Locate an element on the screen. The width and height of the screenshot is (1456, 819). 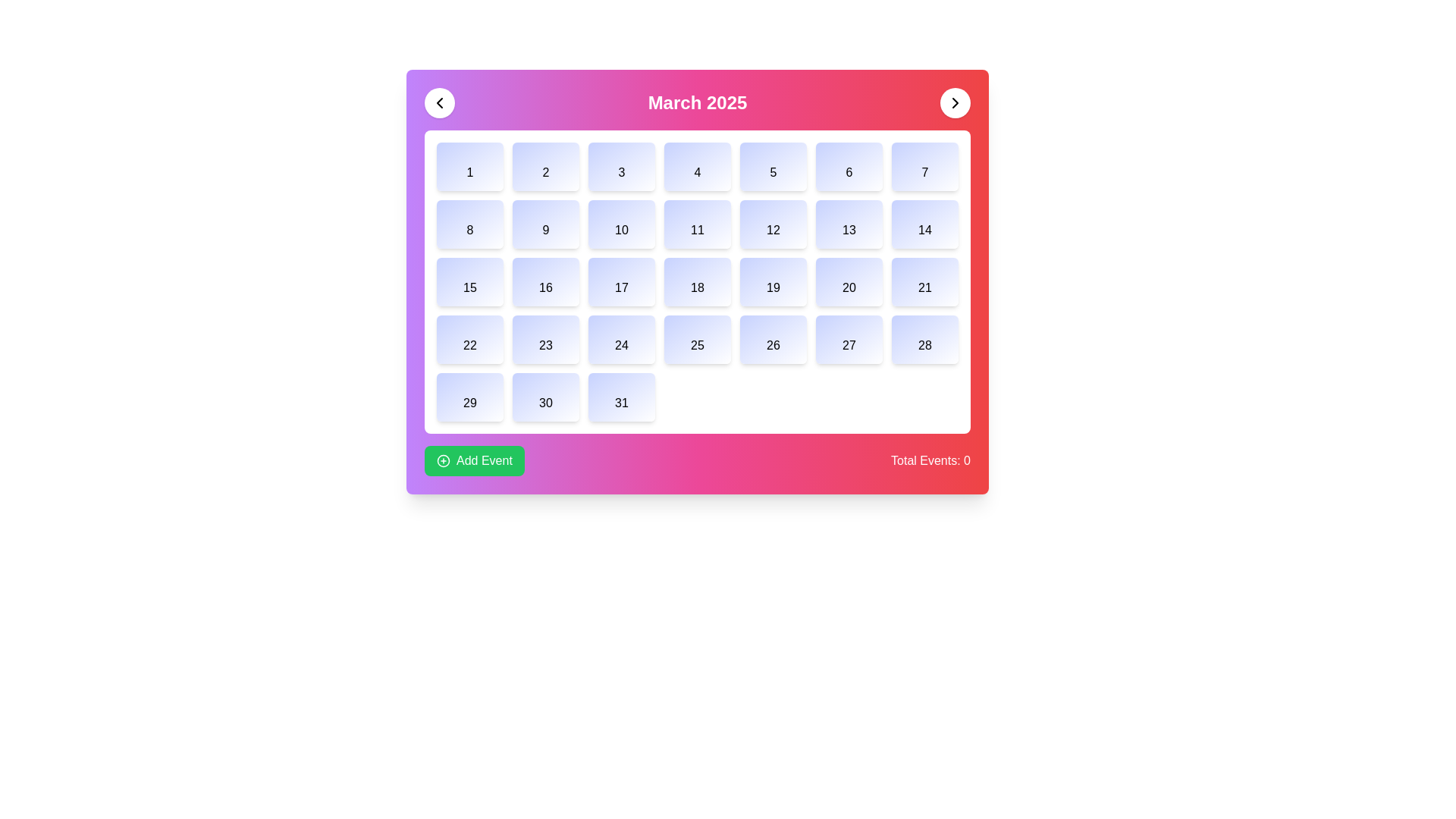
the calendar day tile displaying the number '15' is located at coordinates (469, 281).